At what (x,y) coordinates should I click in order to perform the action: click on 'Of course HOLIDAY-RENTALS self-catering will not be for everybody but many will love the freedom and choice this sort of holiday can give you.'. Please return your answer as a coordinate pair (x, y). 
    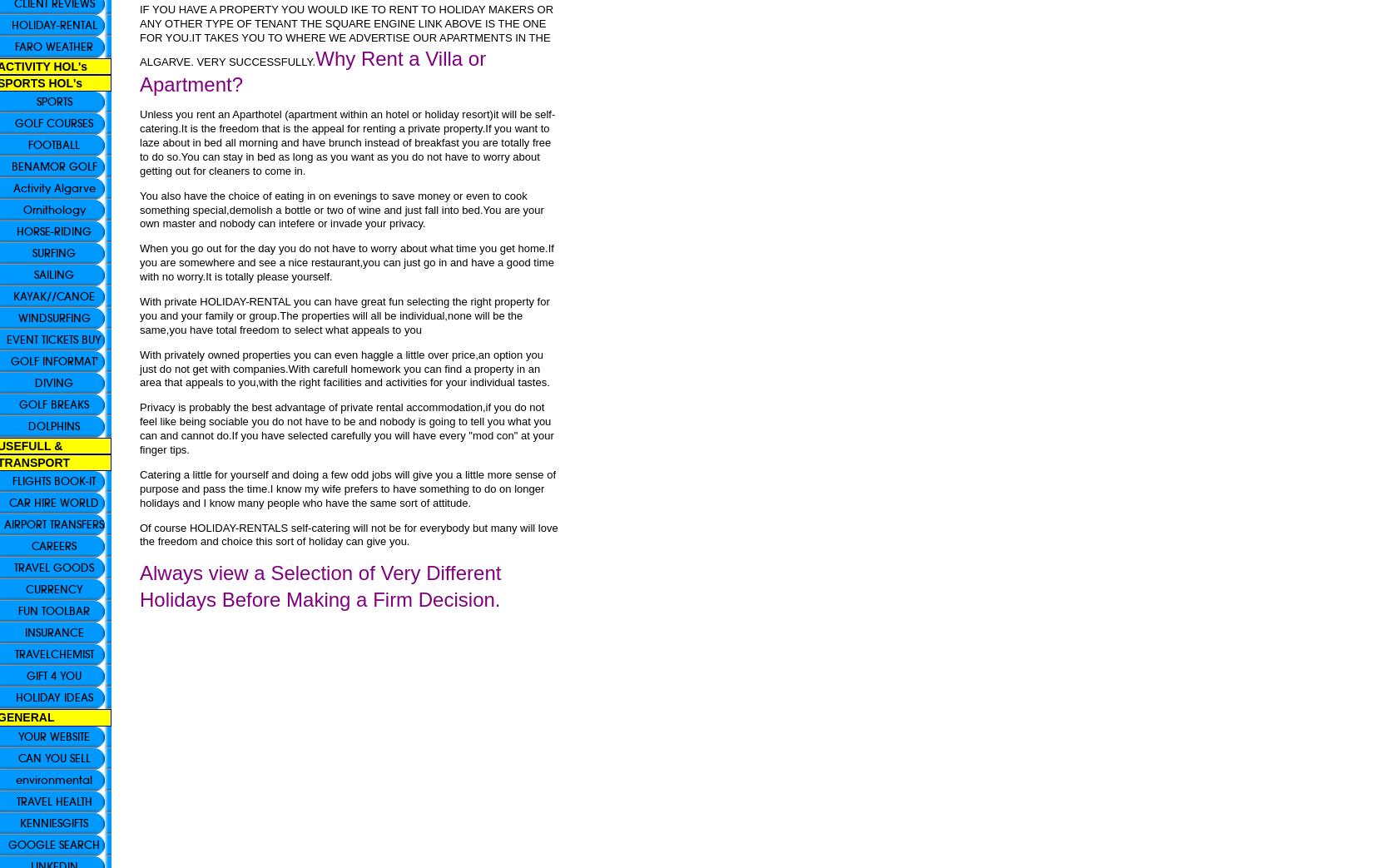
    Looking at the image, I should click on (347, 533).